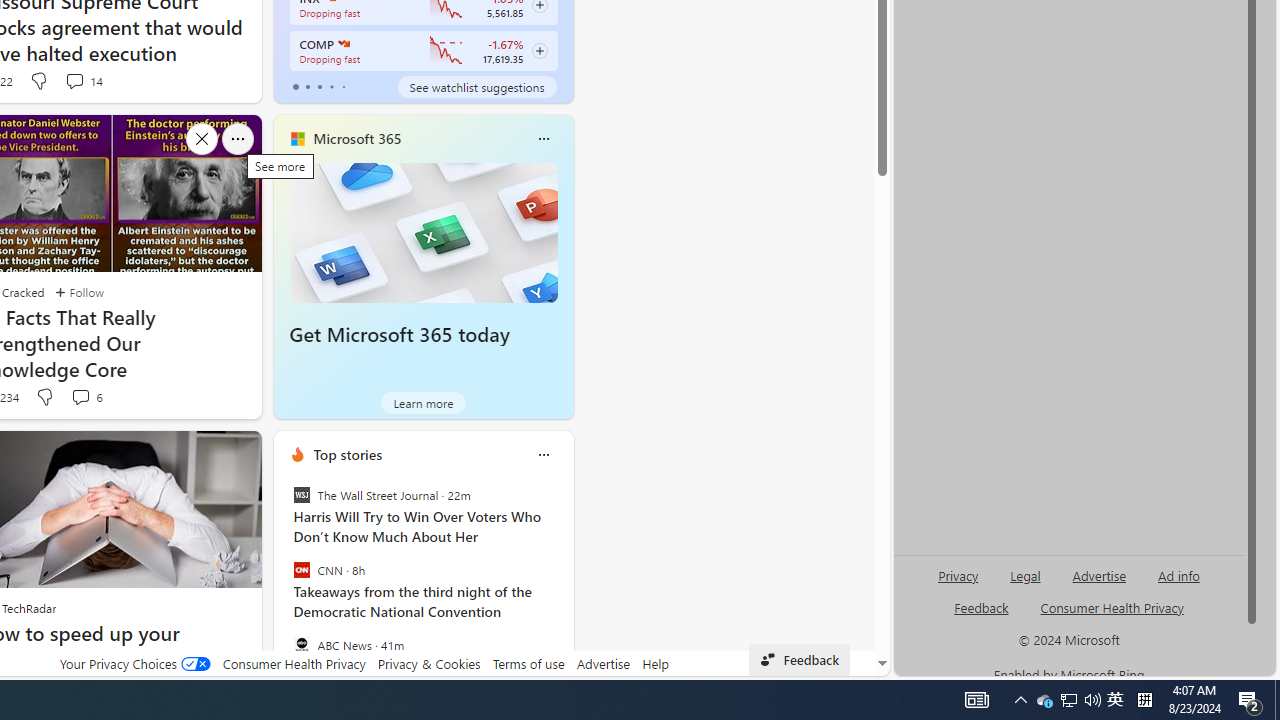  What do you see at coordinates (82, 80) in the screenshot?
I see `'View comments 14 Comment'` at bounding box center [82, 80].